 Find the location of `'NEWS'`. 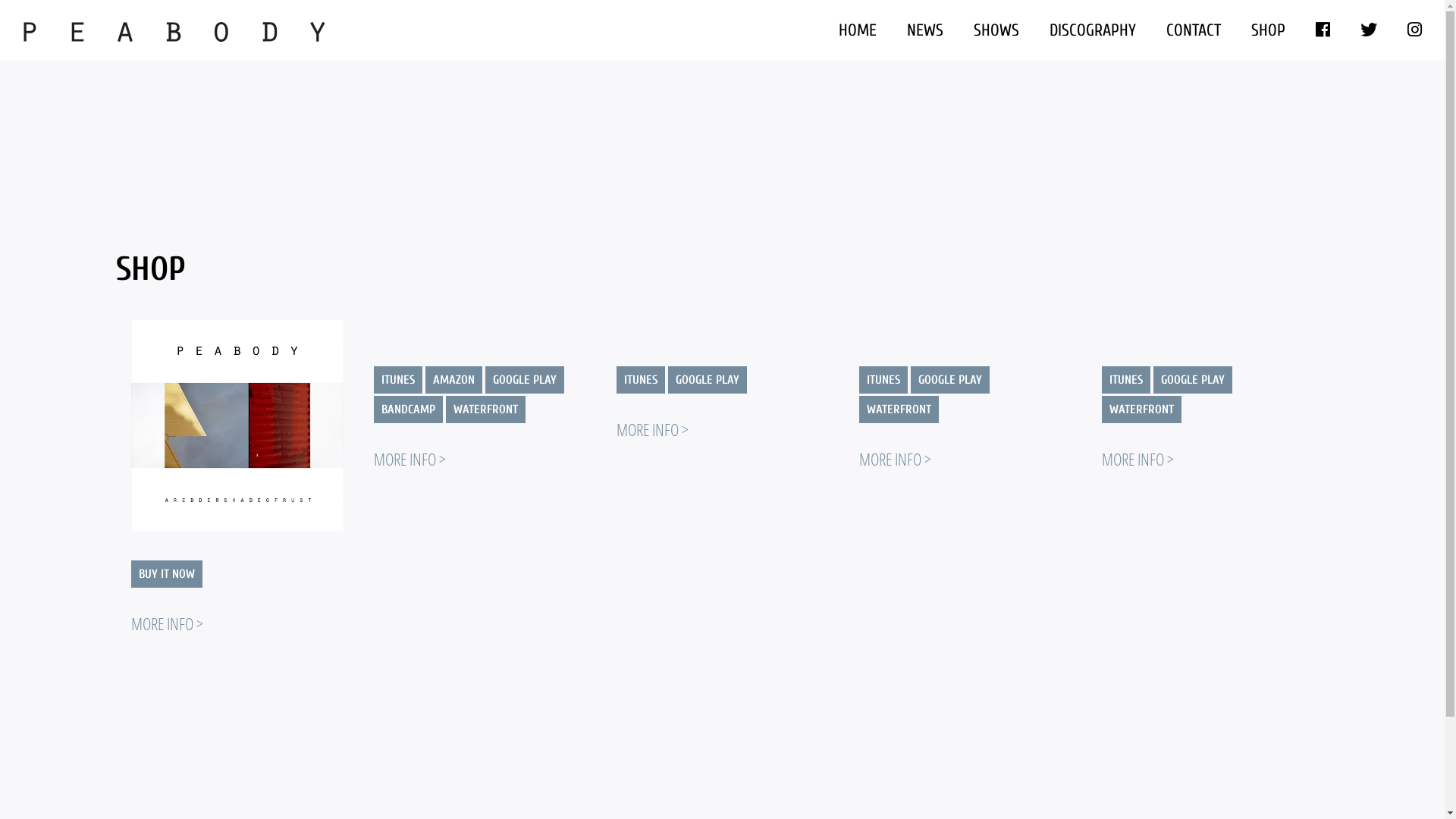

'NEWS' is located at coordinates (924, 30).